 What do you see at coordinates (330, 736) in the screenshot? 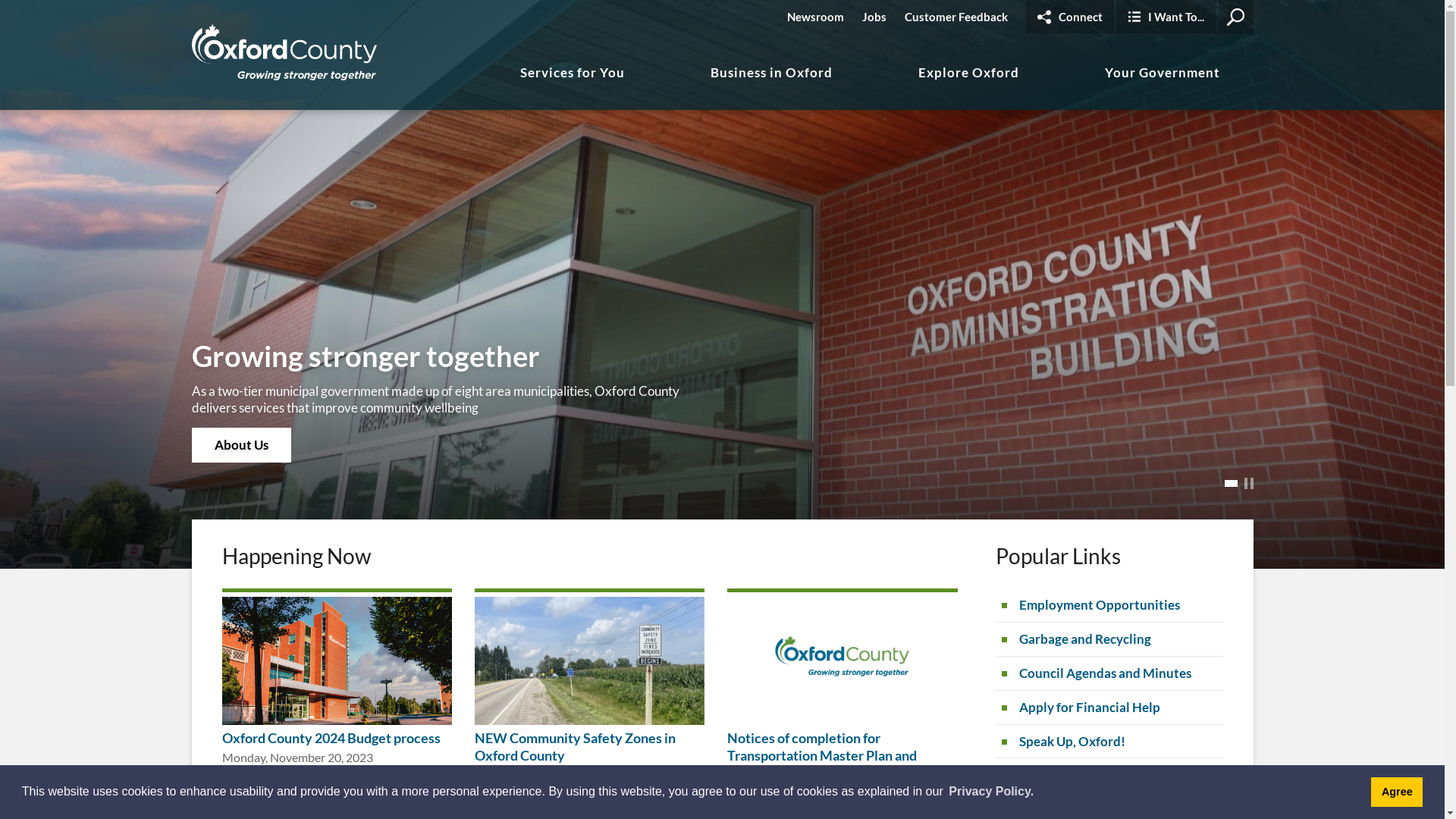
I see `'Oxford County 2024 Budget process'` at bounding box center [330, 736].